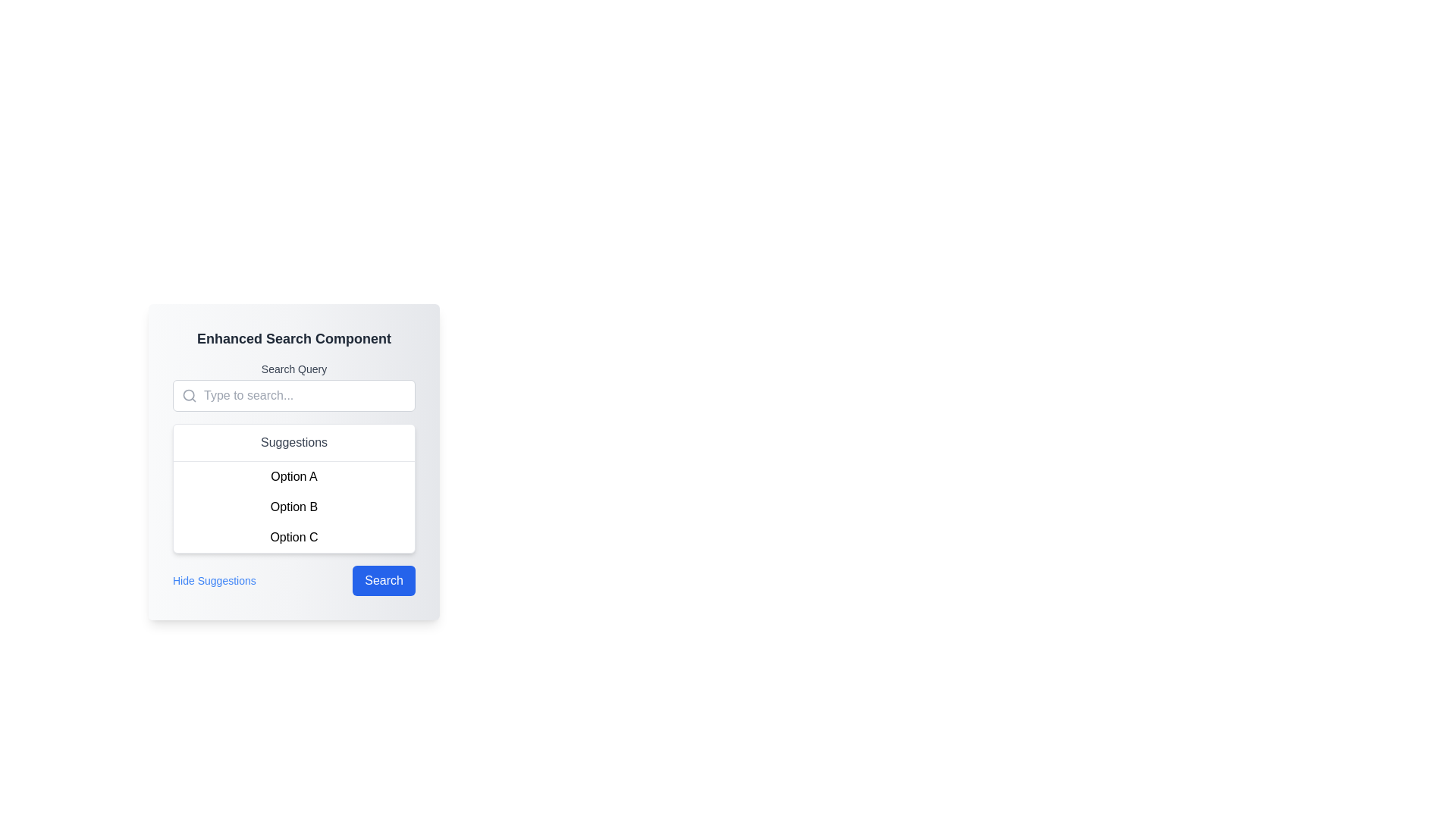  I want to click on the clickable list item labeled 'Option C' to trigger the visual state change, so click(294, 537).